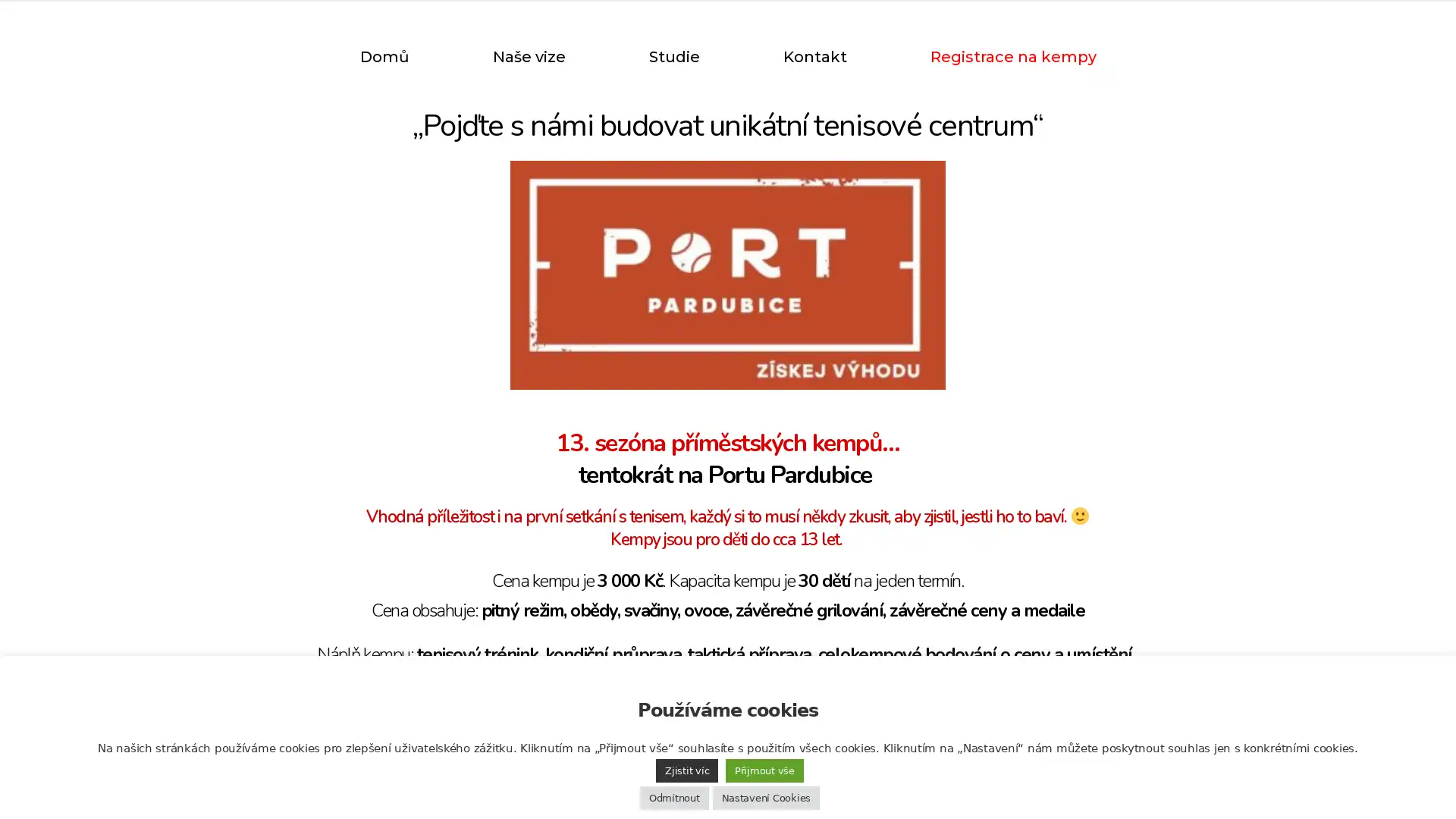 This screenshot has width=1456, height=819. Describe the element at coordinates (765, 797) in the screenshot. I see `Nastaveni Cookies` at that location.